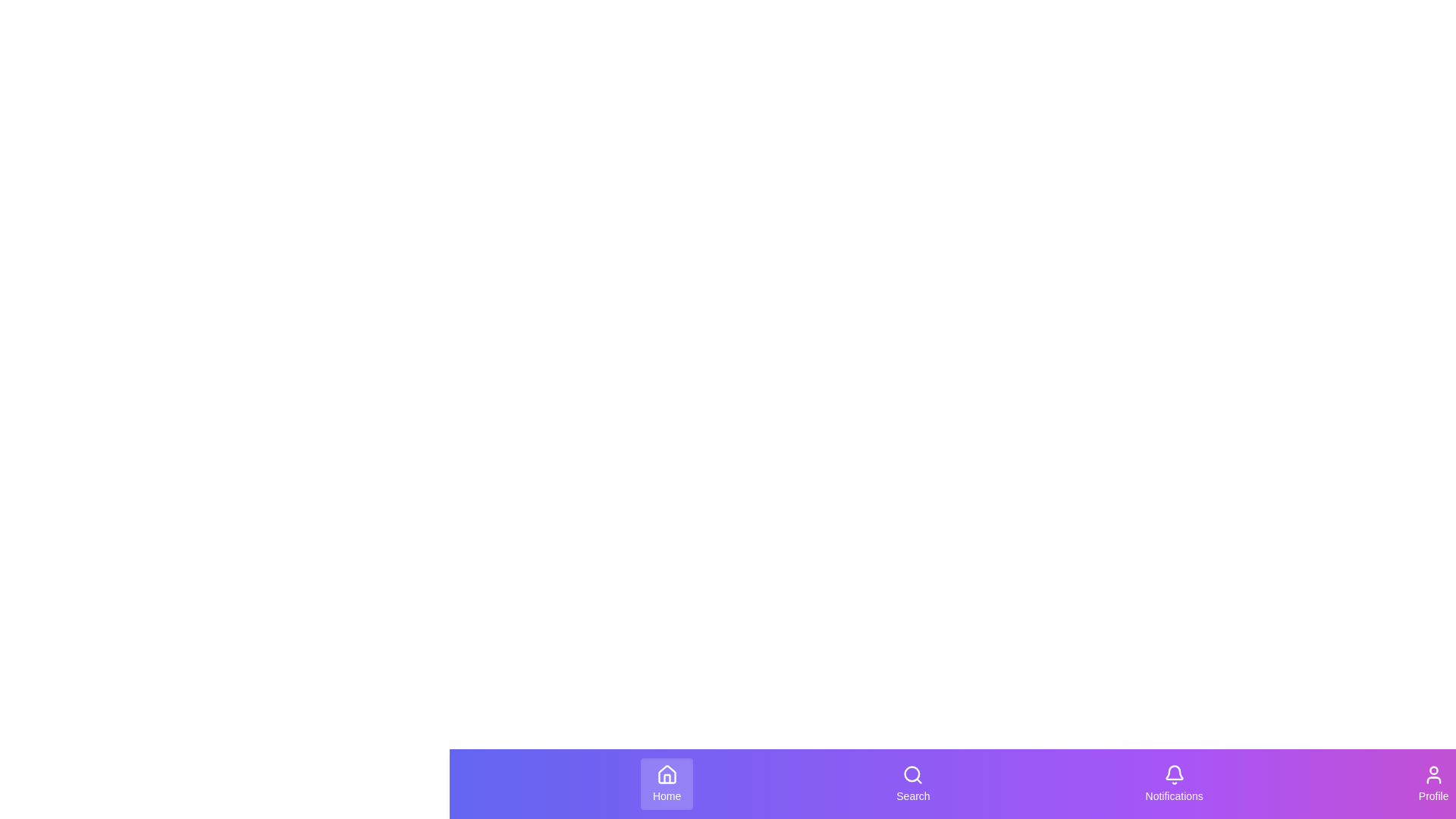 This screenshot has width=1456, height=819. What do you see at coordinates (1173, 783) in the screenshot?
I see `the 'Notifications' button` at bounding box center [1173, 783].